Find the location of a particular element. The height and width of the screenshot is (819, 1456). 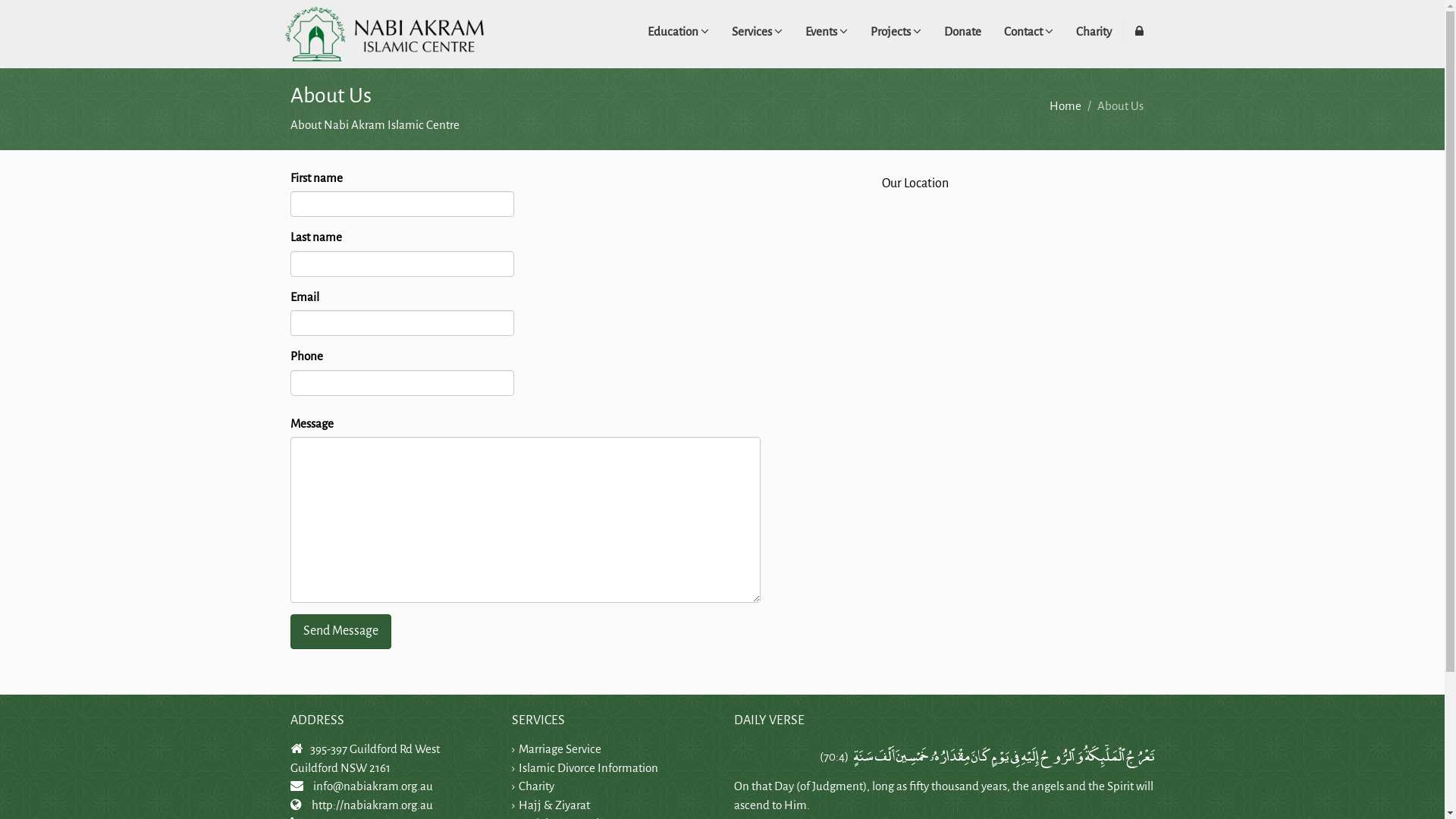

'Projects' is located at coordinates (895, 32).